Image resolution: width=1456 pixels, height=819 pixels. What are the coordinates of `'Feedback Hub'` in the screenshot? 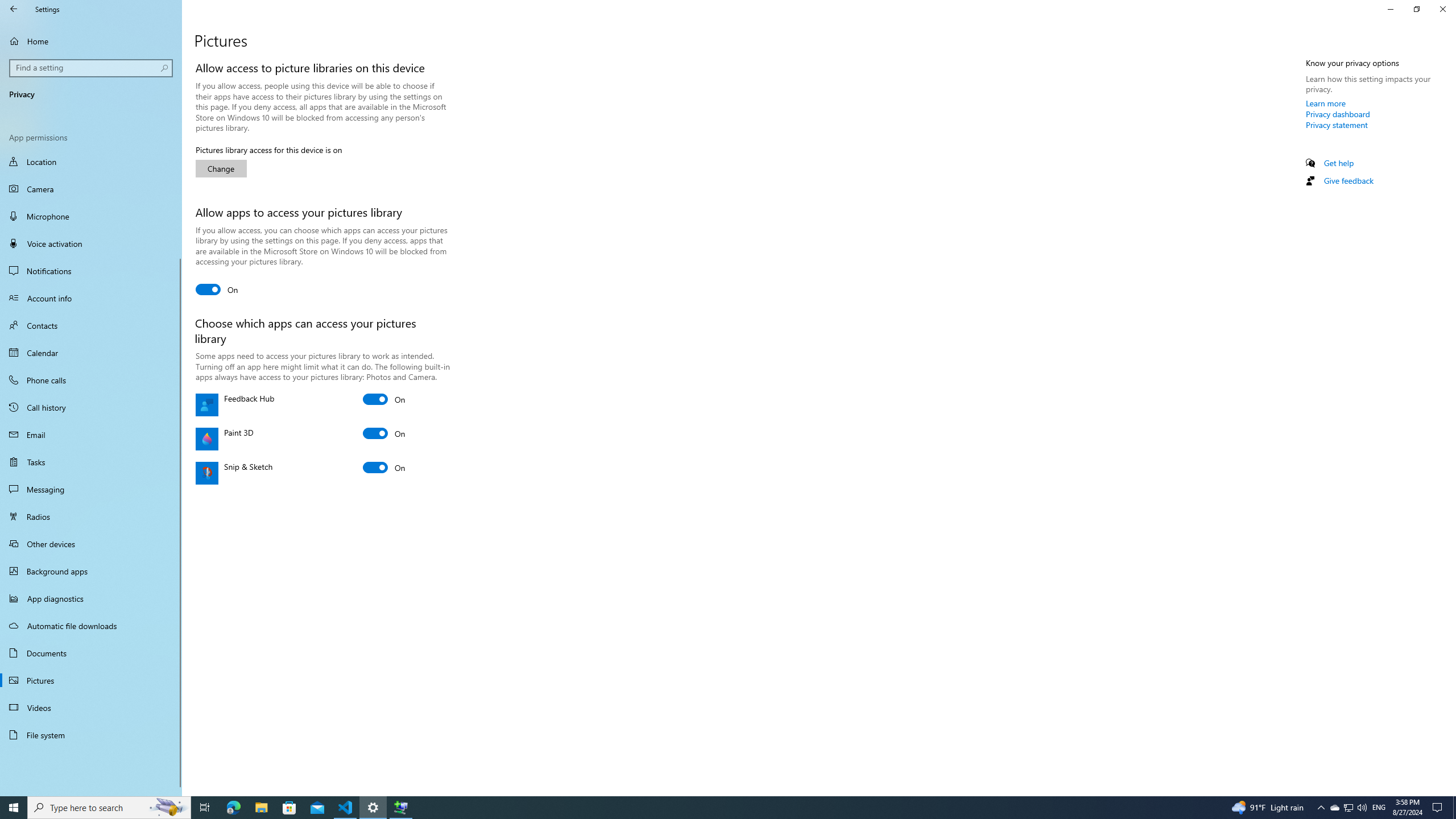 It's located at (383, 399).